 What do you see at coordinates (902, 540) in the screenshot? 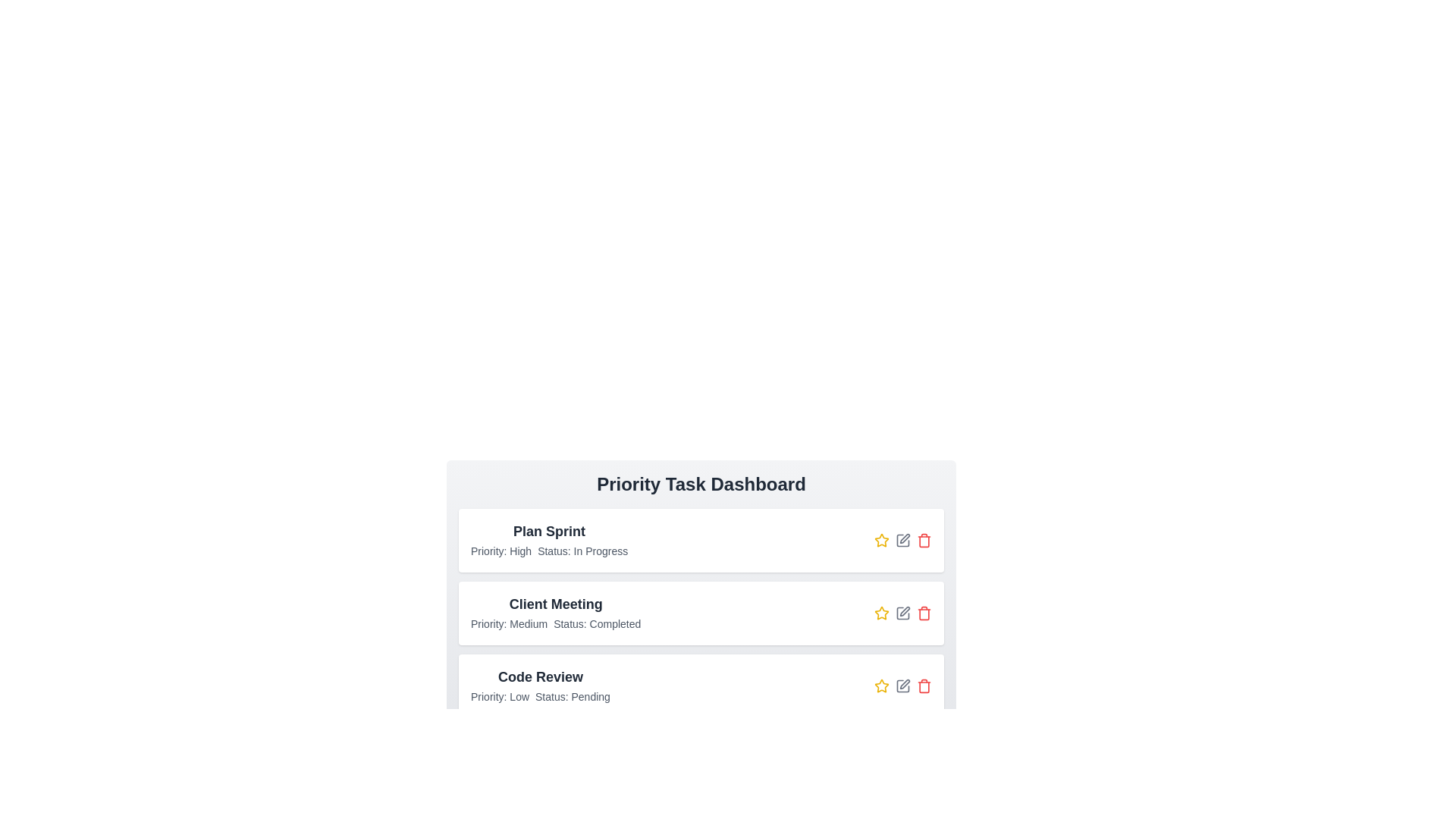
I see `the edit button for the task labeled 'Plan Sprint'` at bounding box center [902, 540].